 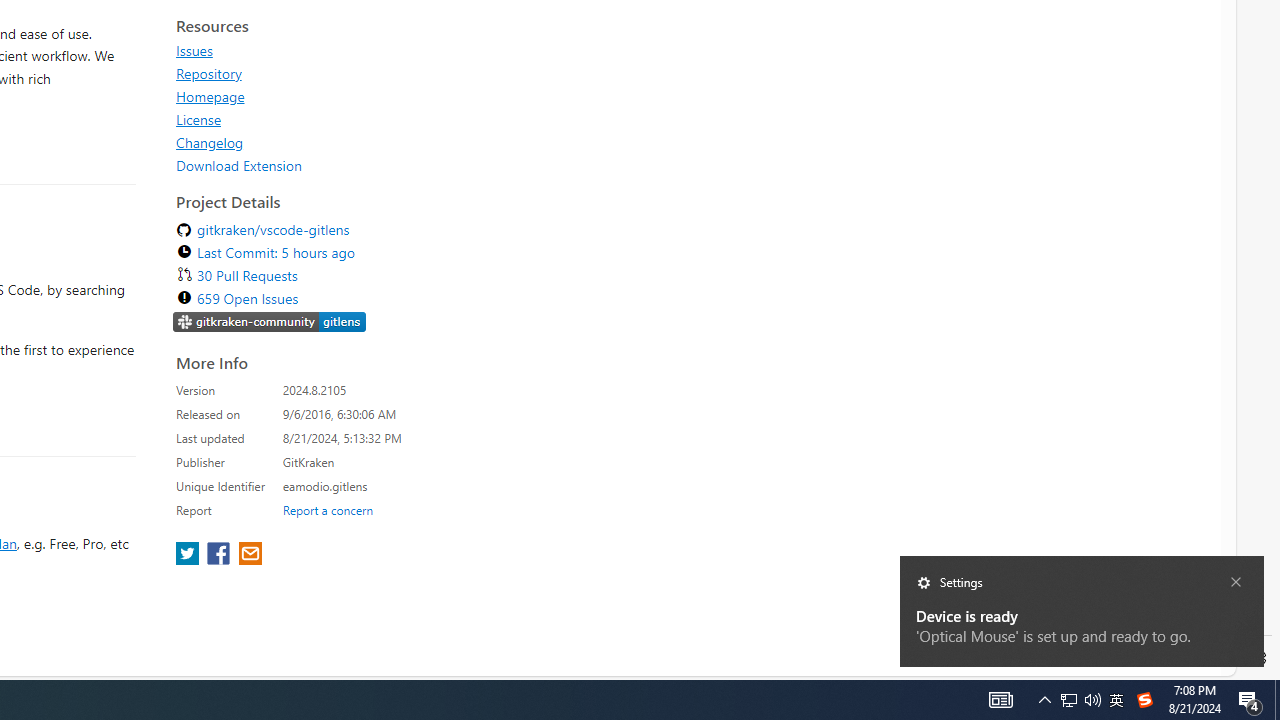 What do you see at coordinates (210, 141) in the screenshot?
I see `'Changelog'` at bounding box center [210, 141].